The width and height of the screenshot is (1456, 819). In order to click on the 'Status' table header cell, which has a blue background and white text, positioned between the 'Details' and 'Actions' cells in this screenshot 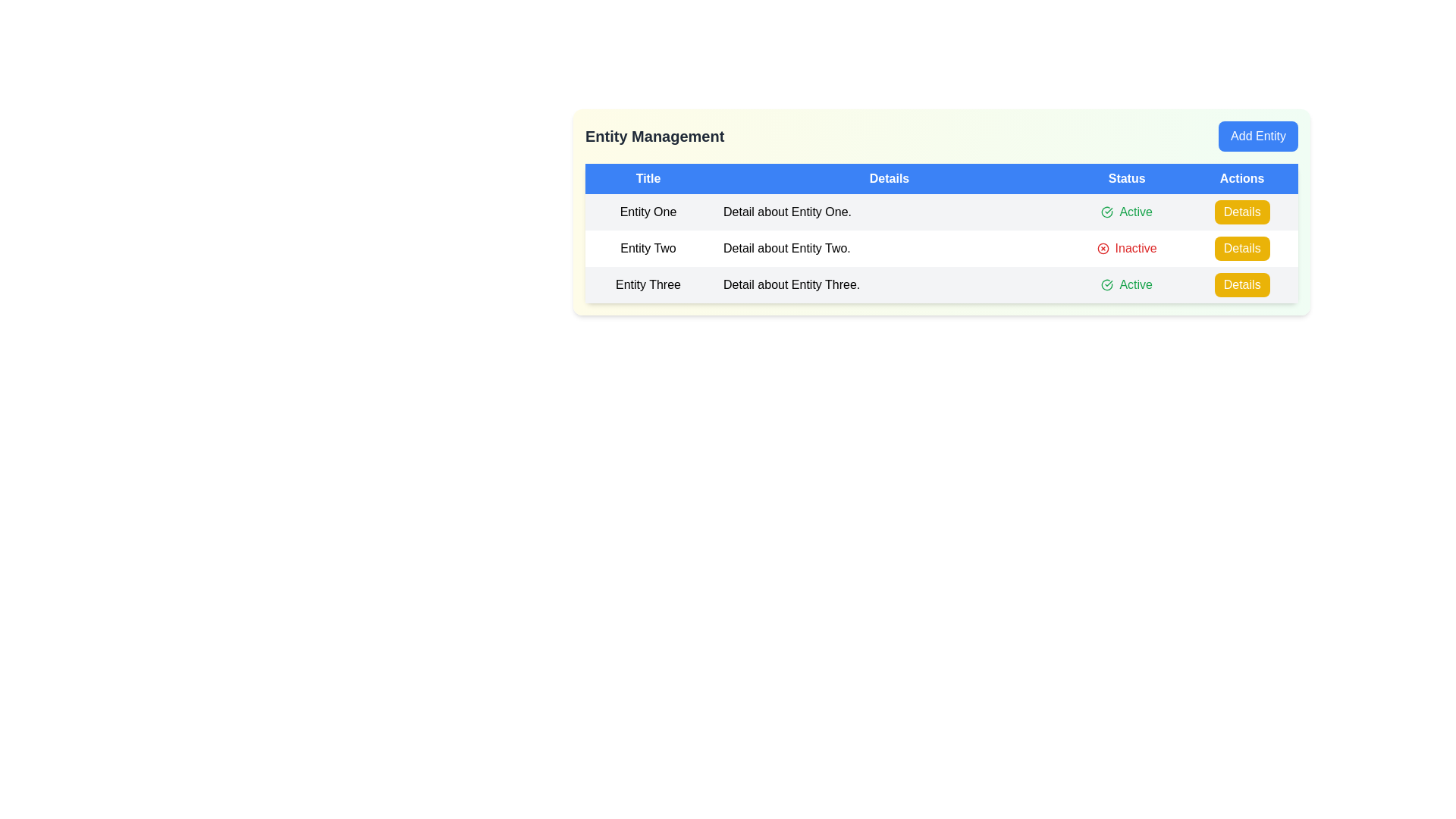, I will do `click(1127, 177)`.